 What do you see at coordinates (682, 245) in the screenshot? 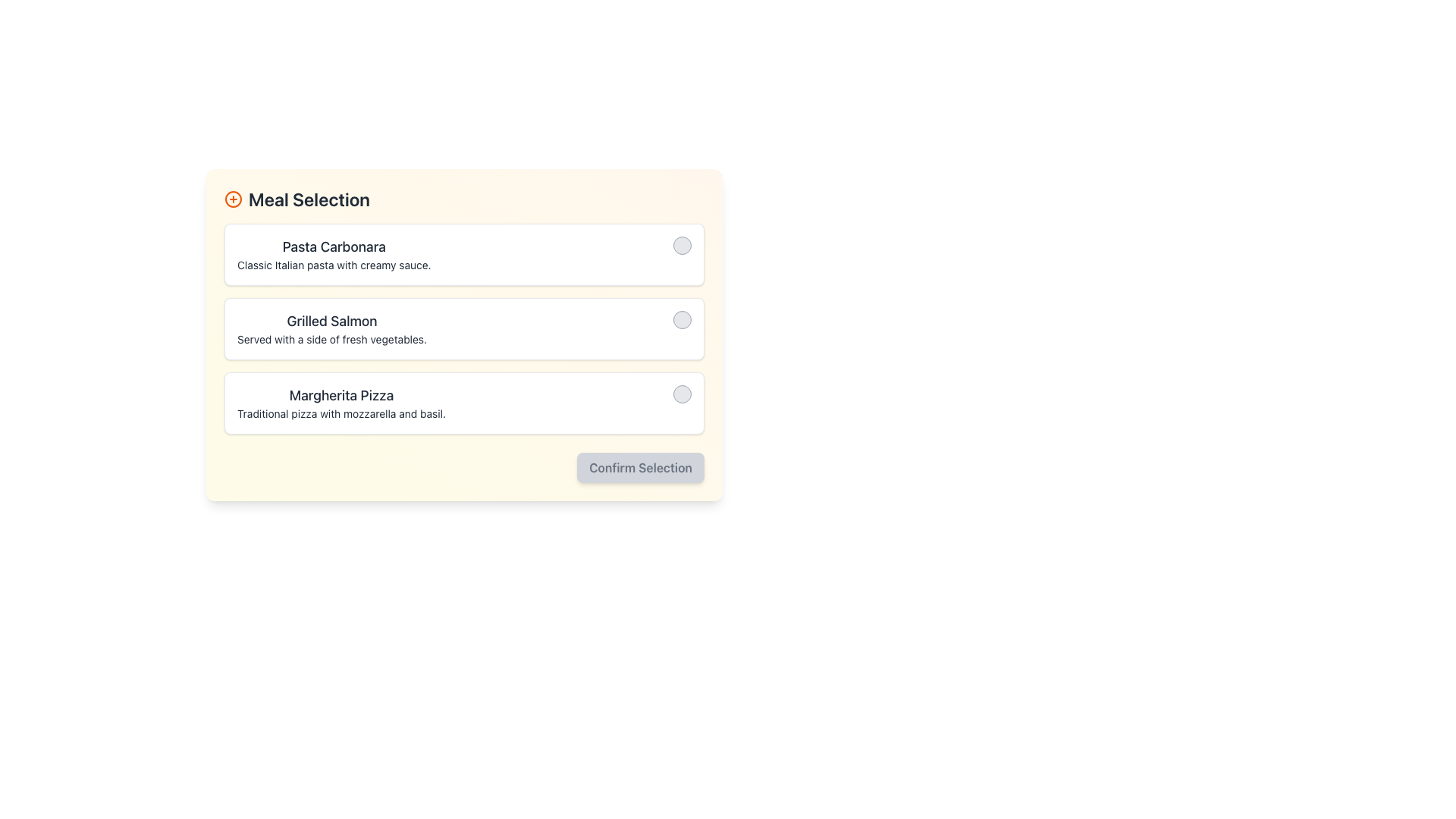
I see `the circular RadioButton with a light gray background and gray border located to the far right of the row containing 'Pasta Carbonara' and its description` at bounding box center [682, 245].